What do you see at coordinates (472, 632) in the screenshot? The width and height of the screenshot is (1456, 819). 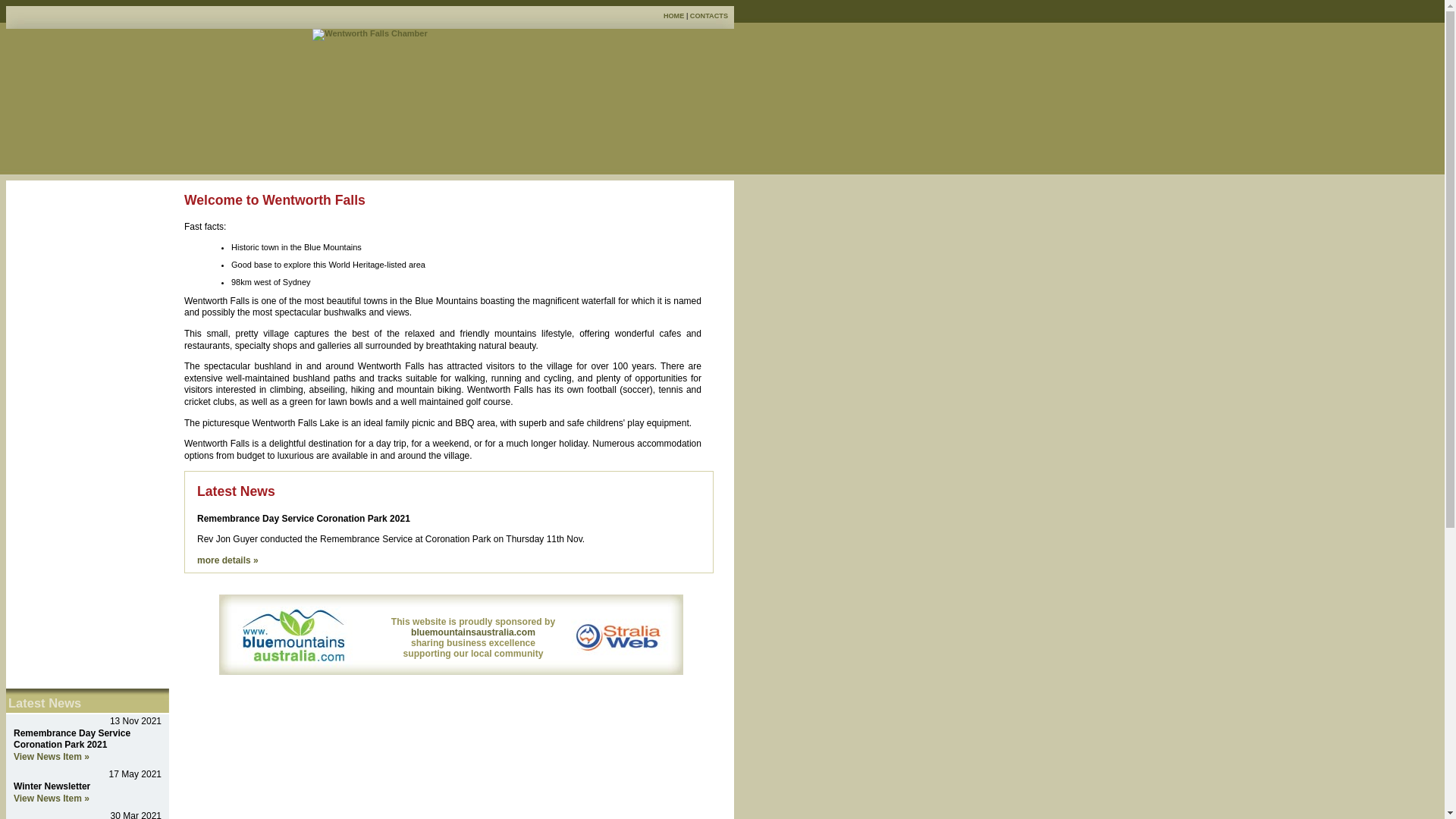 I see `'bluemountainsaustralia.com'` at bounding box center [472, 632].